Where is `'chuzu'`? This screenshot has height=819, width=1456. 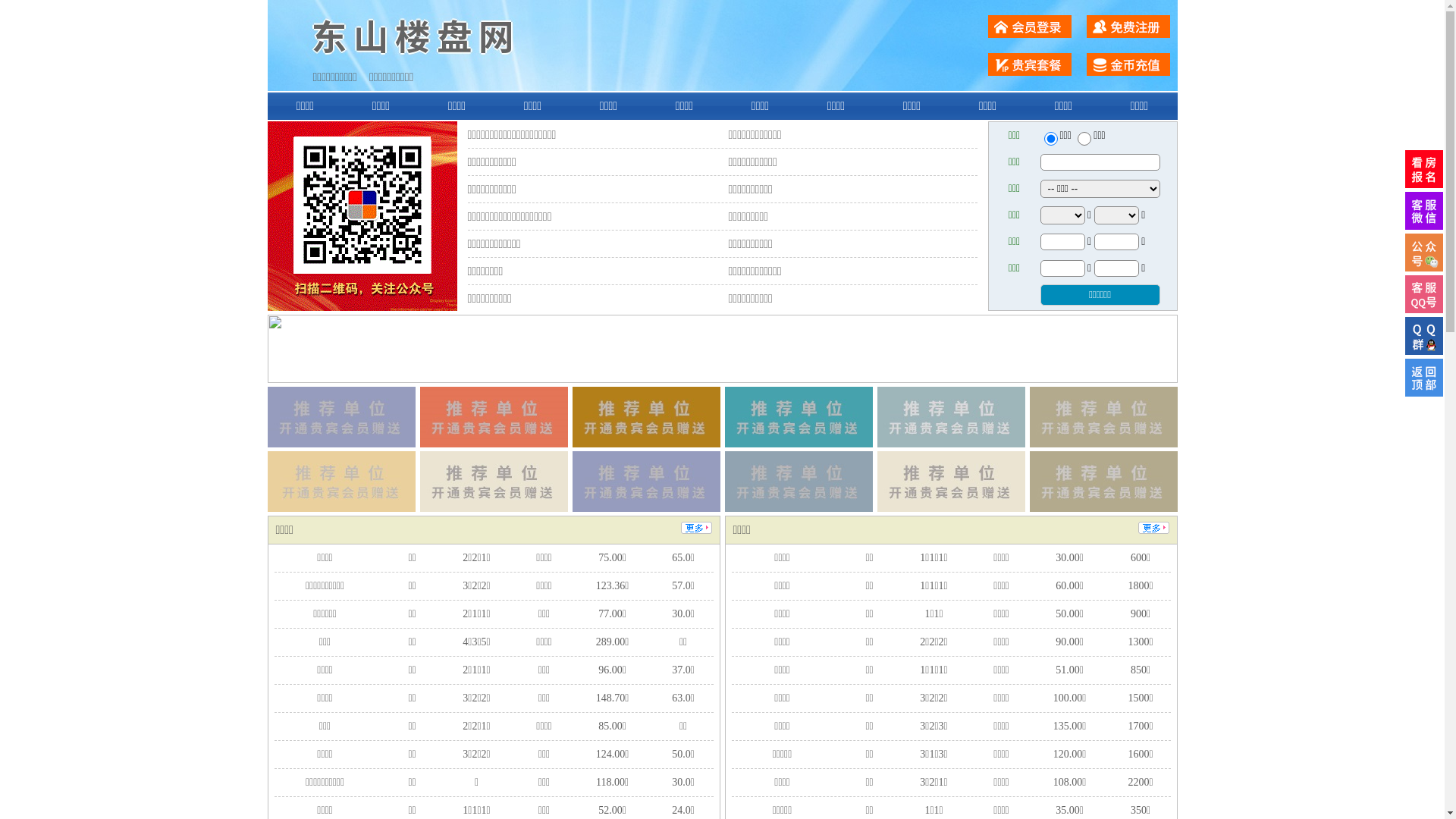 'chuzu' is located at coordinates (1084, 138).